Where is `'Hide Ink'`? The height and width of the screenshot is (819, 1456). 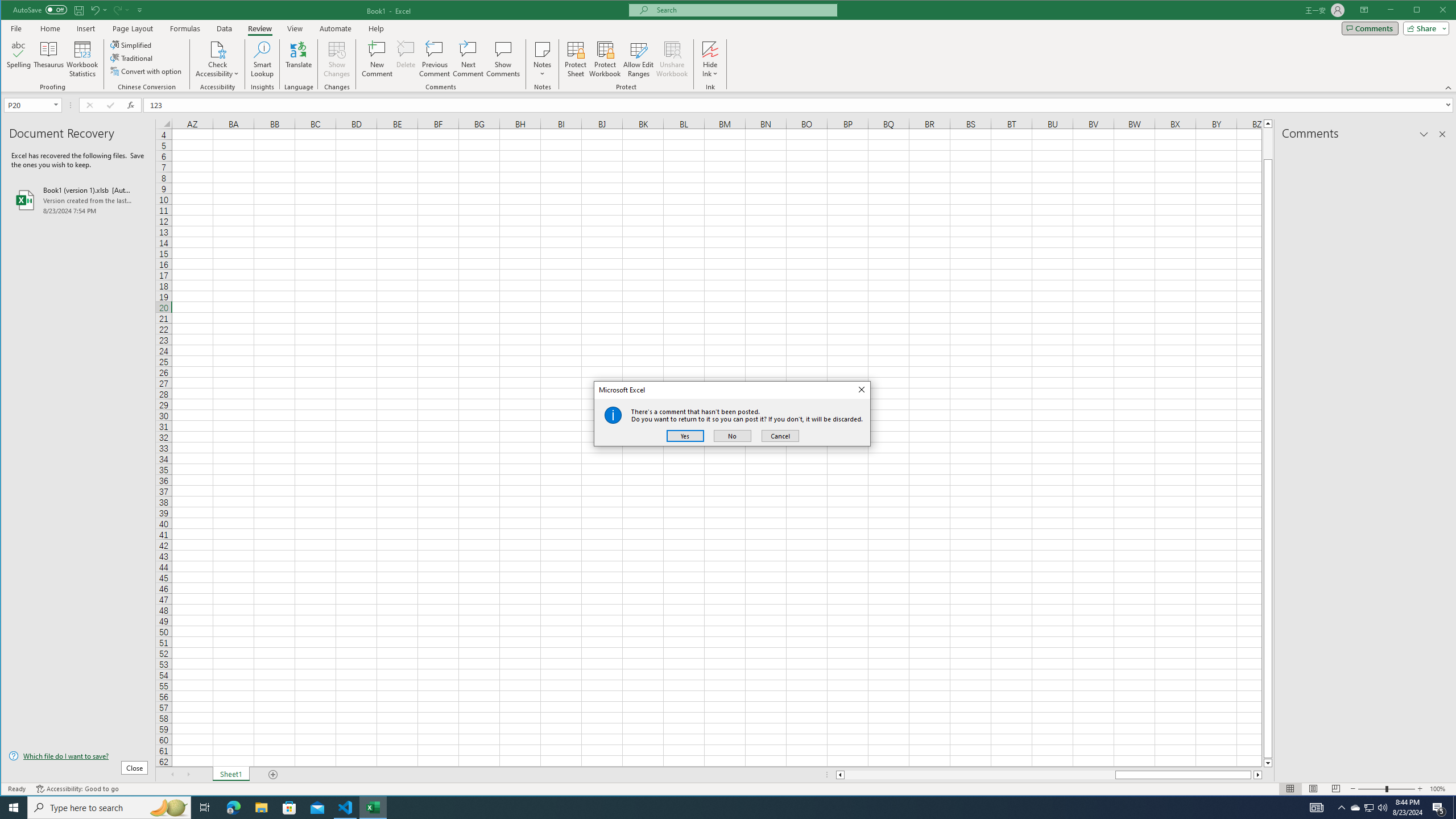
'Hide Ink' is located at coordinates (710, 48).